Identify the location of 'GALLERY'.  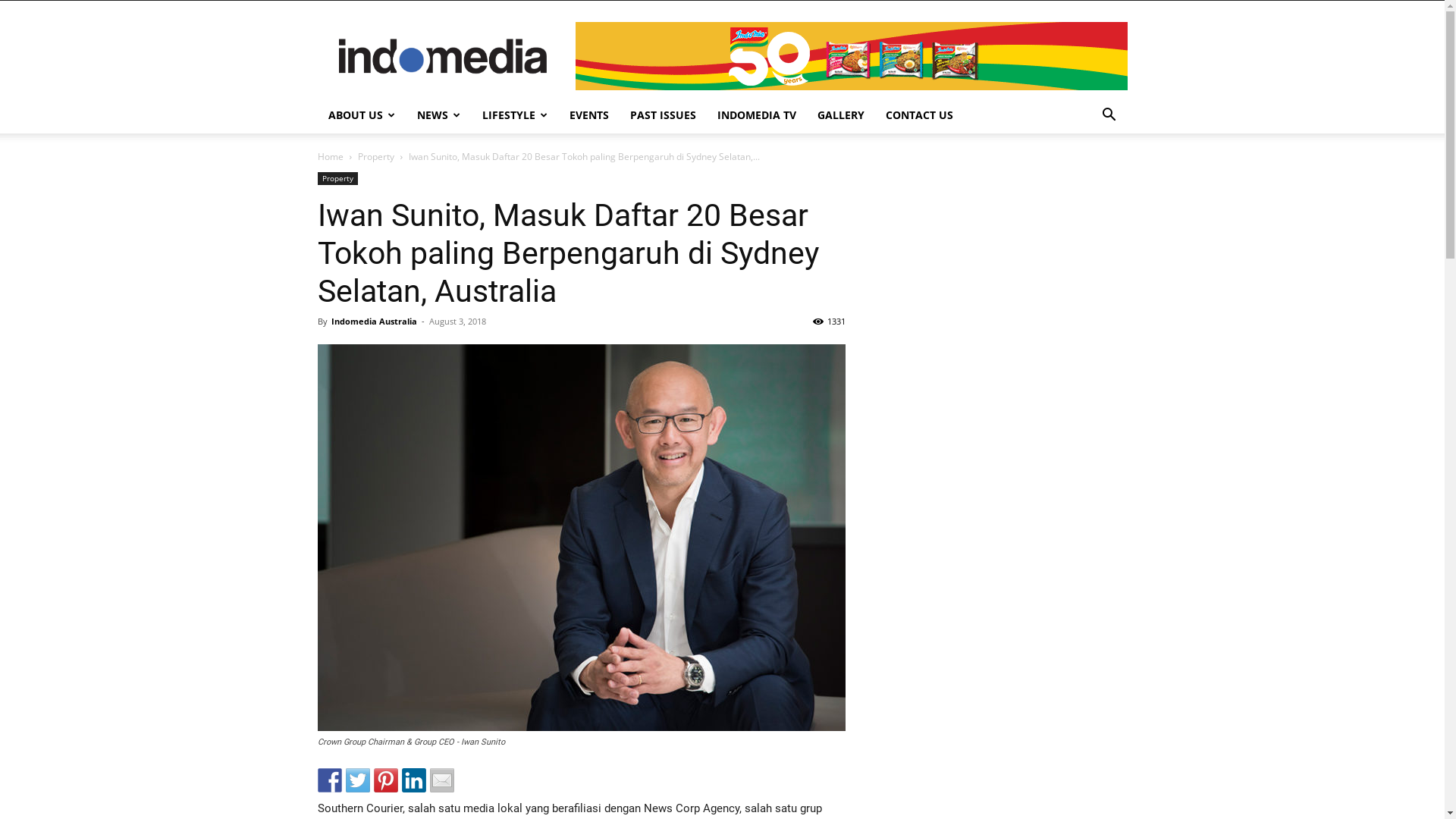
(839, 114).